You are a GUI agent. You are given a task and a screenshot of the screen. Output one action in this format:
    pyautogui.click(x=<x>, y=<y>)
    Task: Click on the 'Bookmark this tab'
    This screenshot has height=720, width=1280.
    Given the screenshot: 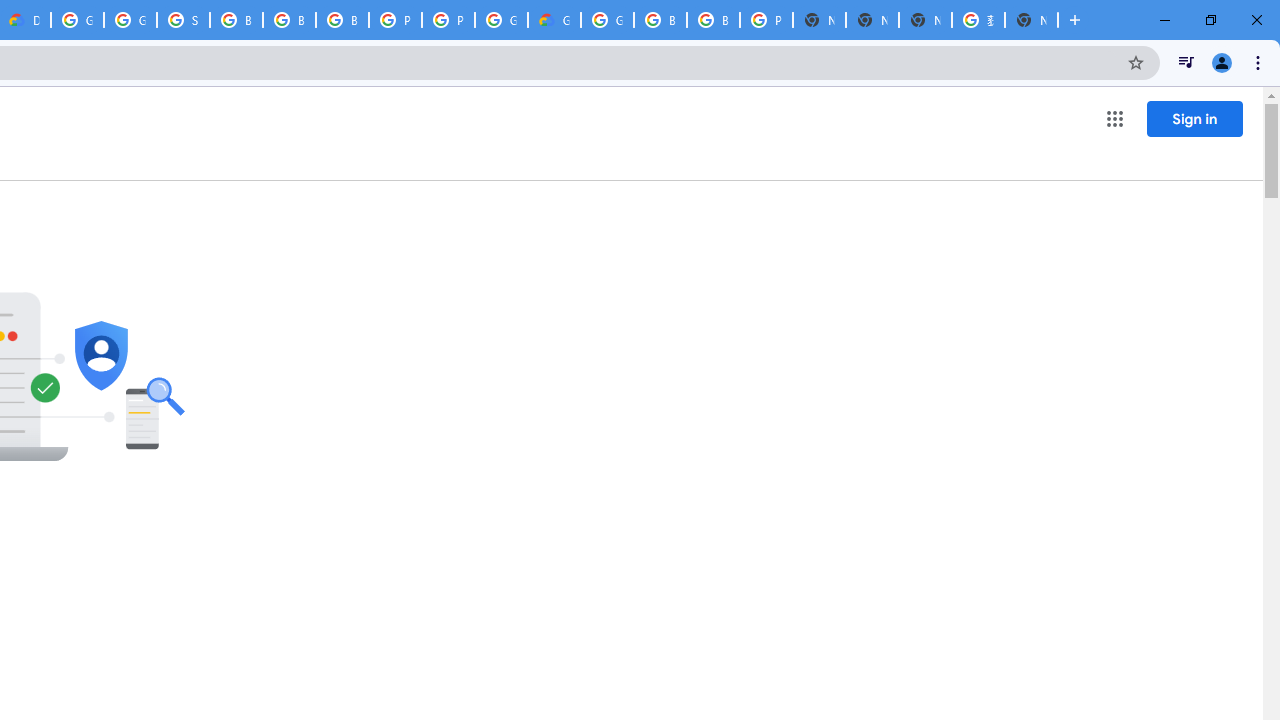 What is the action you would take?
    pyautogui.click(x=1136, y=61)
    